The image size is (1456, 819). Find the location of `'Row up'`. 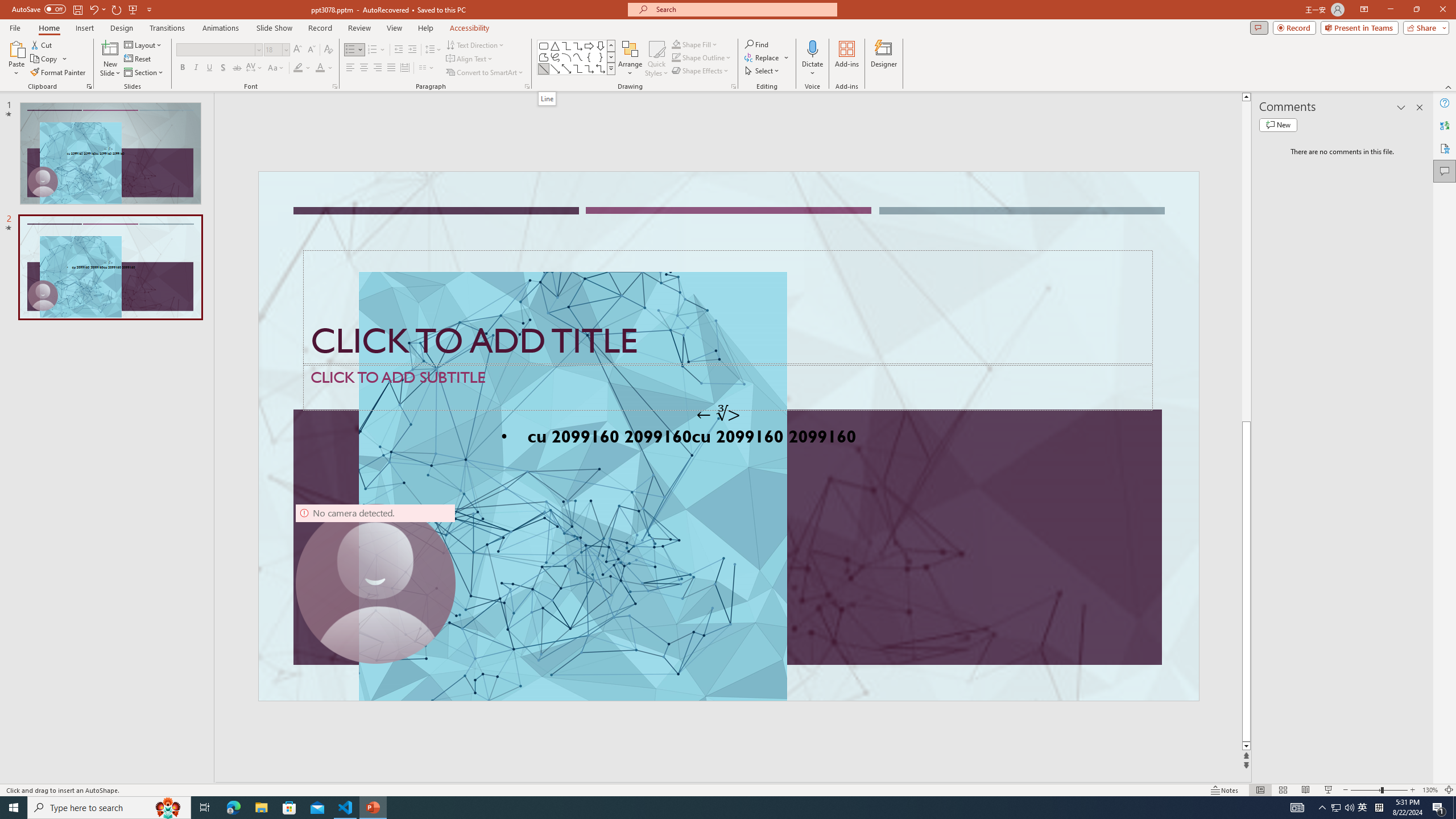

'Row up' is located at coordinates (611, 45).